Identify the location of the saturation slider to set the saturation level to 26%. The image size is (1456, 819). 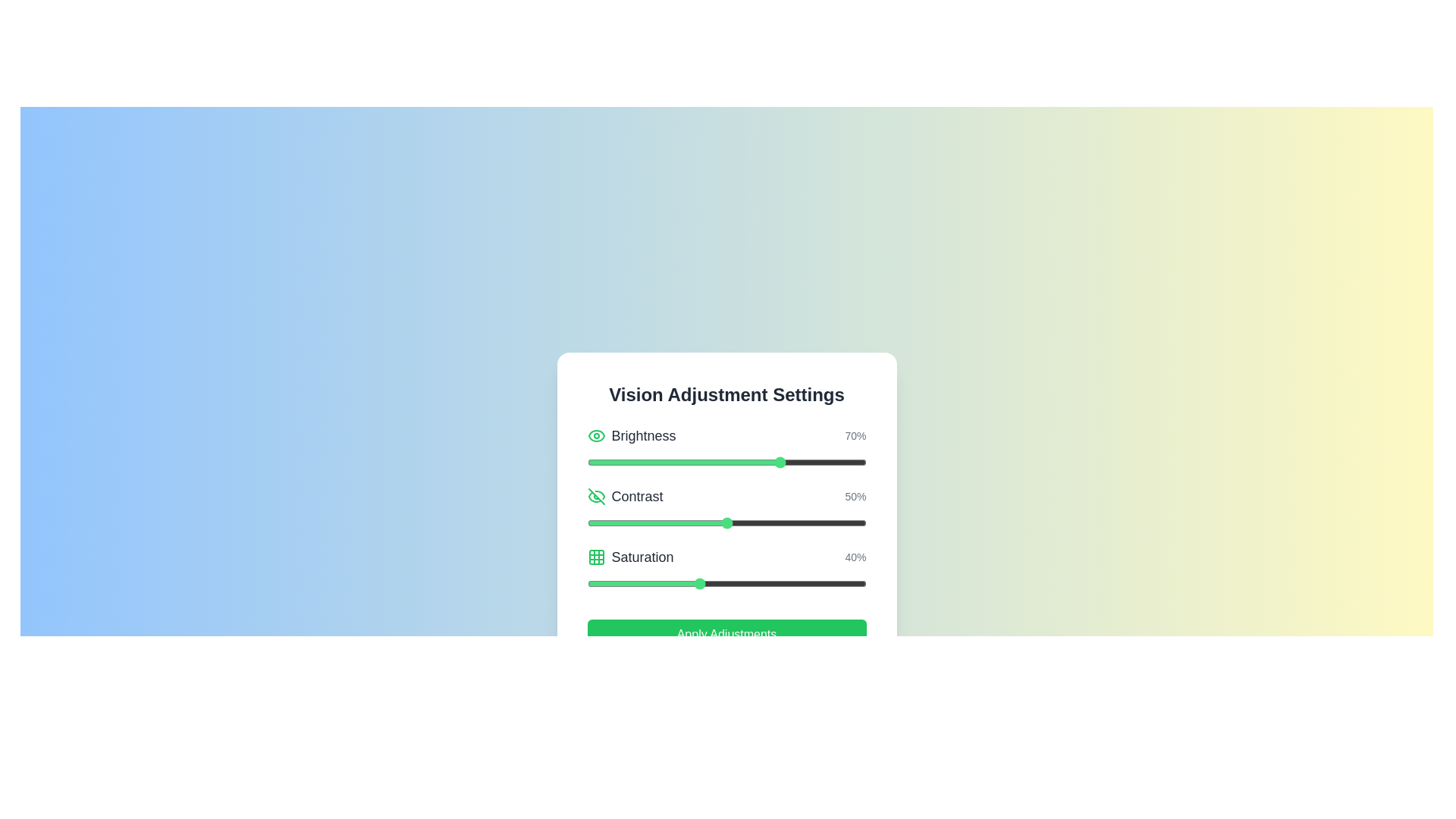
(660, 583).